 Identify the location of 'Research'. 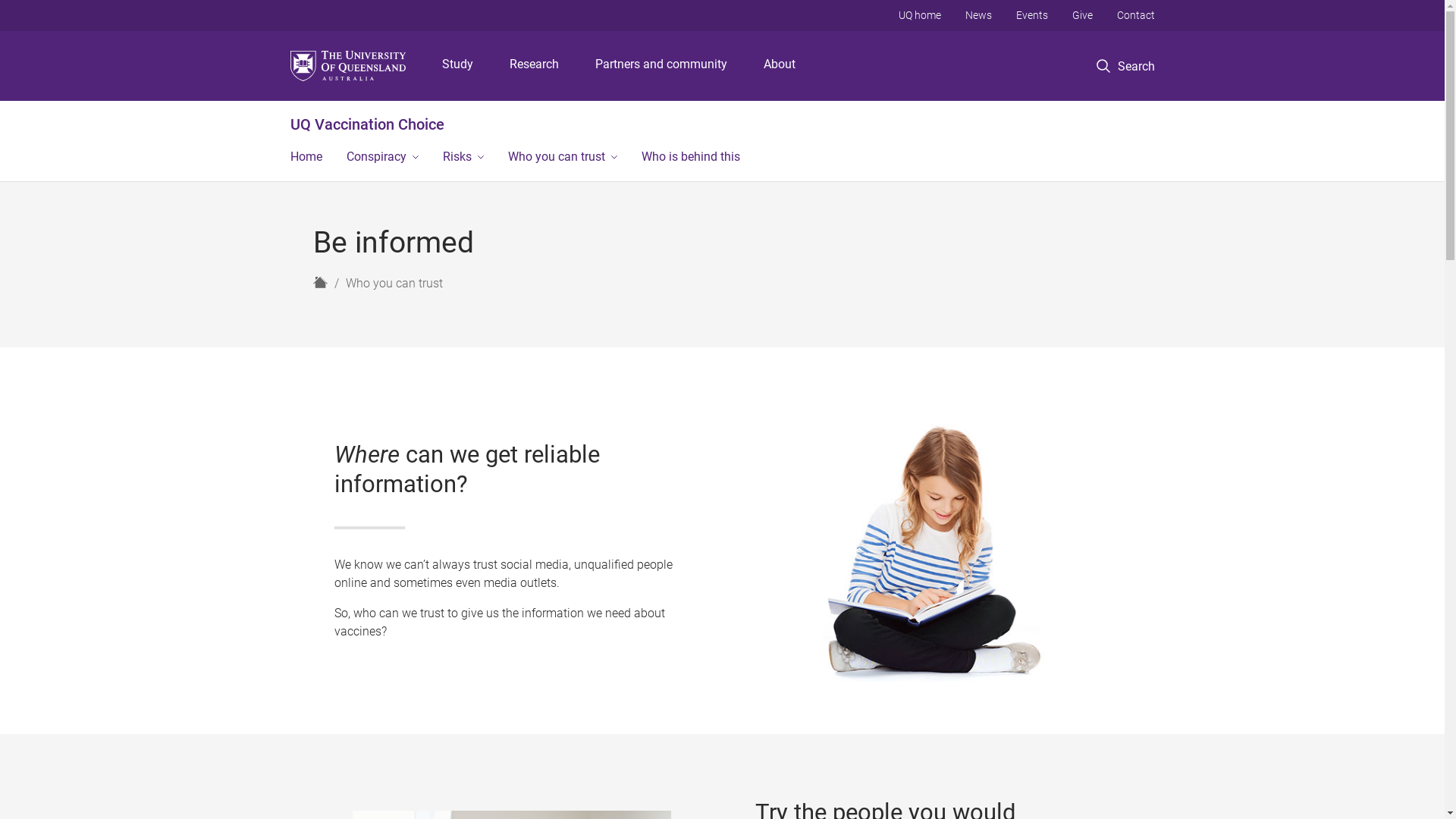
(534, 65).